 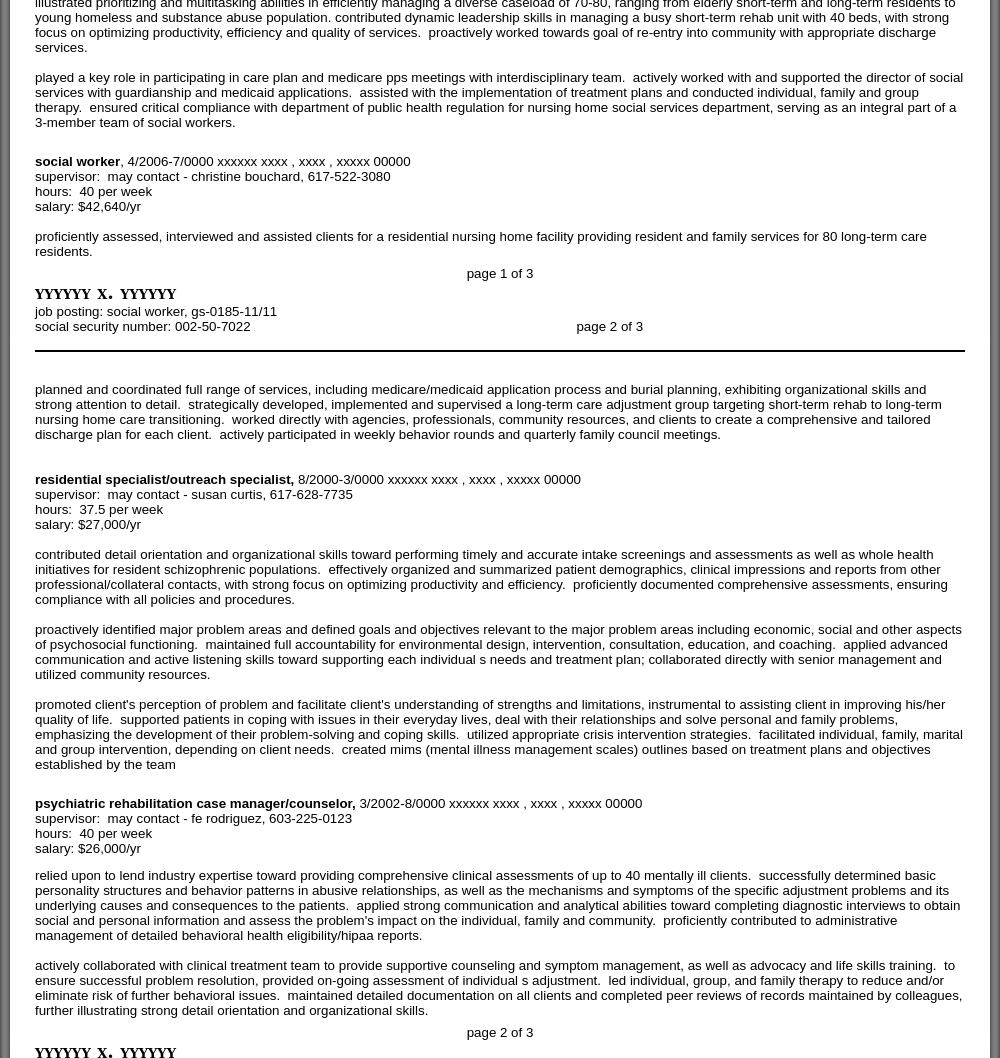 I want to click on 'planned
and coordinated full range of services, including medicare/medicaid application
process and burial planning, exhibiting organizational skills and strong
attention to detail.  strategically developed, implemented and supervised a
long-term care adjustment group targeting short-term rehab to long-term nursing
home care transitioning.  worked directly with agencies, professionals,
community resources, and clients to create a comprehensive and tailored discharge
plan for each client.  actively participated in weekly behavior rounds and
quarterly family council meetings.', so click(x=487, y=411).